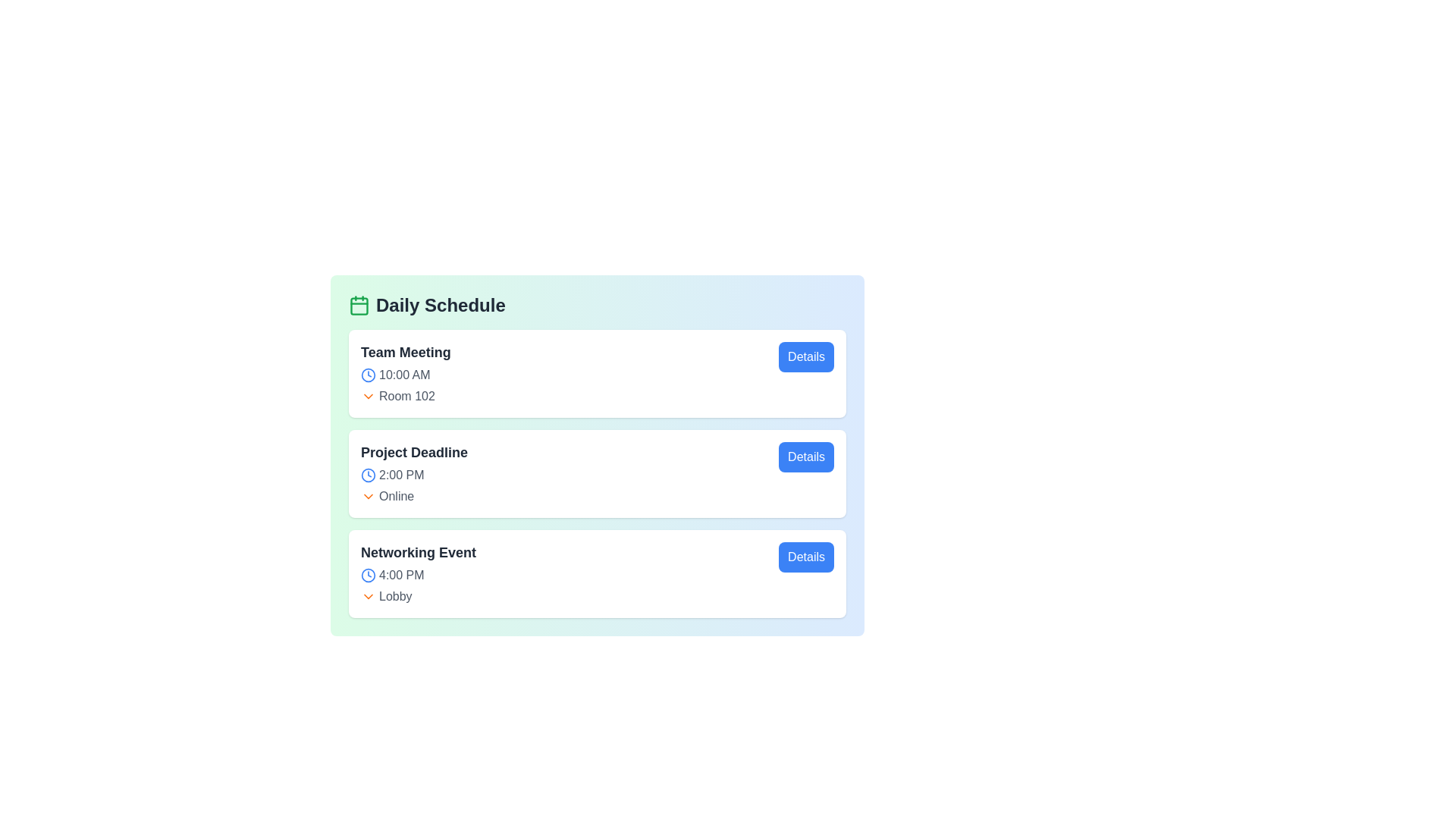  What do you see at coordinates (414, 452) in the screenshot?
I see `text 'Project Deadline' from the label styled with bold and large font located above the '2:00 PM' time indicator in the second section of the schedule` at bounding box center [414, 452].